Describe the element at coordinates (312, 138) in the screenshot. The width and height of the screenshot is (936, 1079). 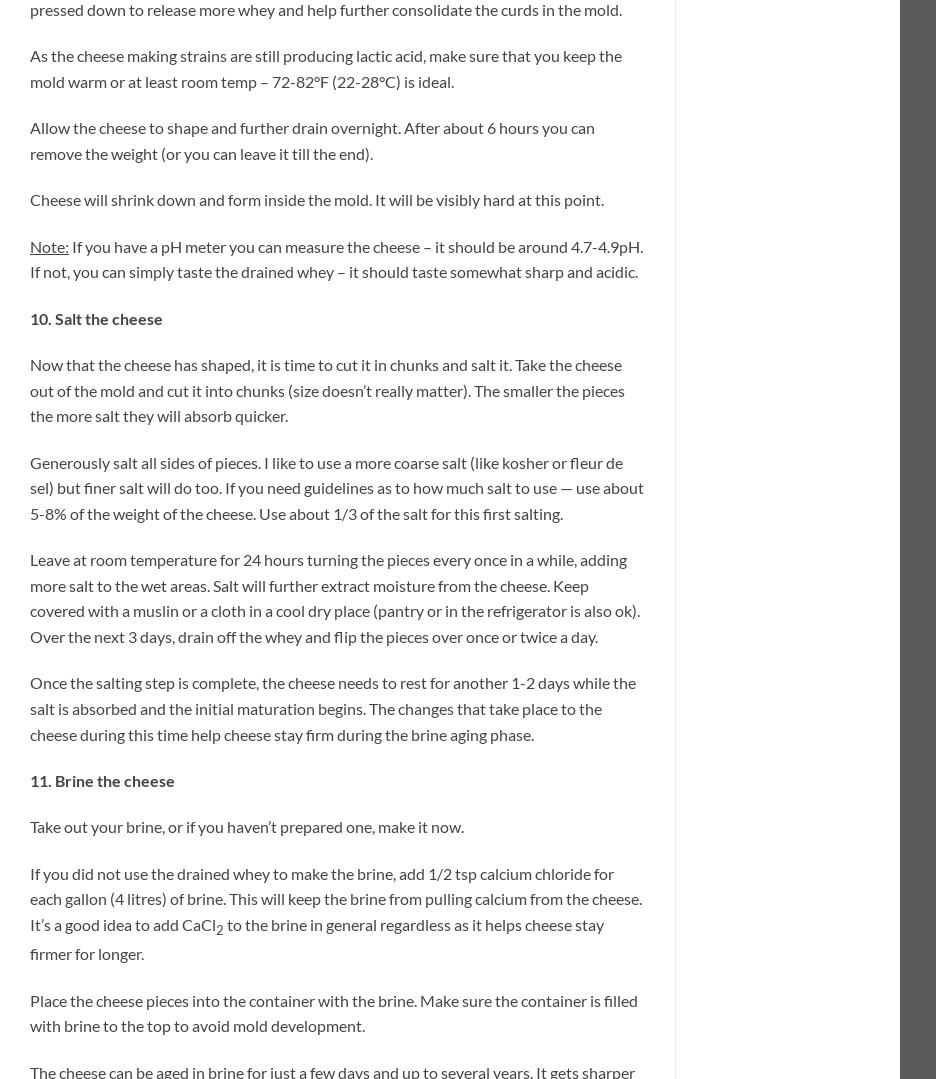
I see `'Allow the cheese to shape and further drain overnight. After about 6 hours you can remove the weight (or you can leave it till the end).'` at that location.